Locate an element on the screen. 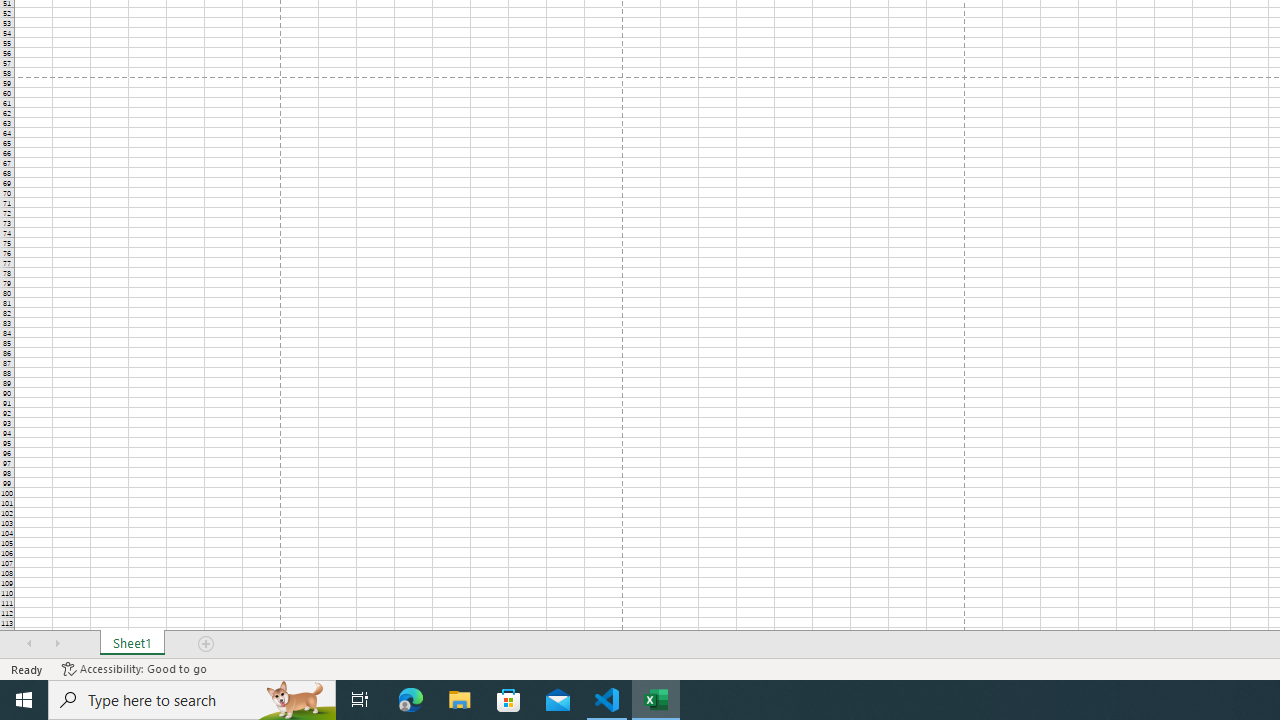  'Accessibility Checker Accessibility: Good to go' is located at coordinates (133, 669).